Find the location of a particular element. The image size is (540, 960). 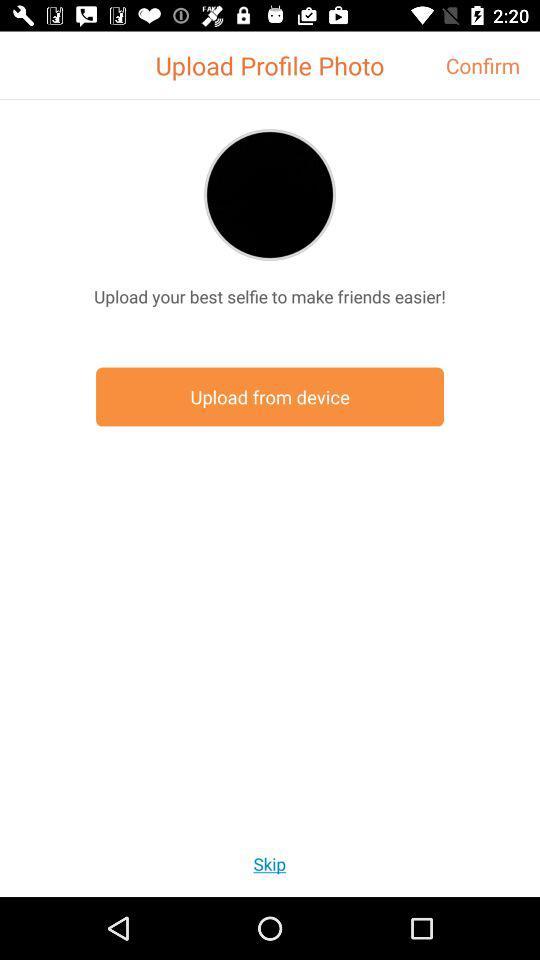

icon above upload your best is located at coordinates (270, 194).